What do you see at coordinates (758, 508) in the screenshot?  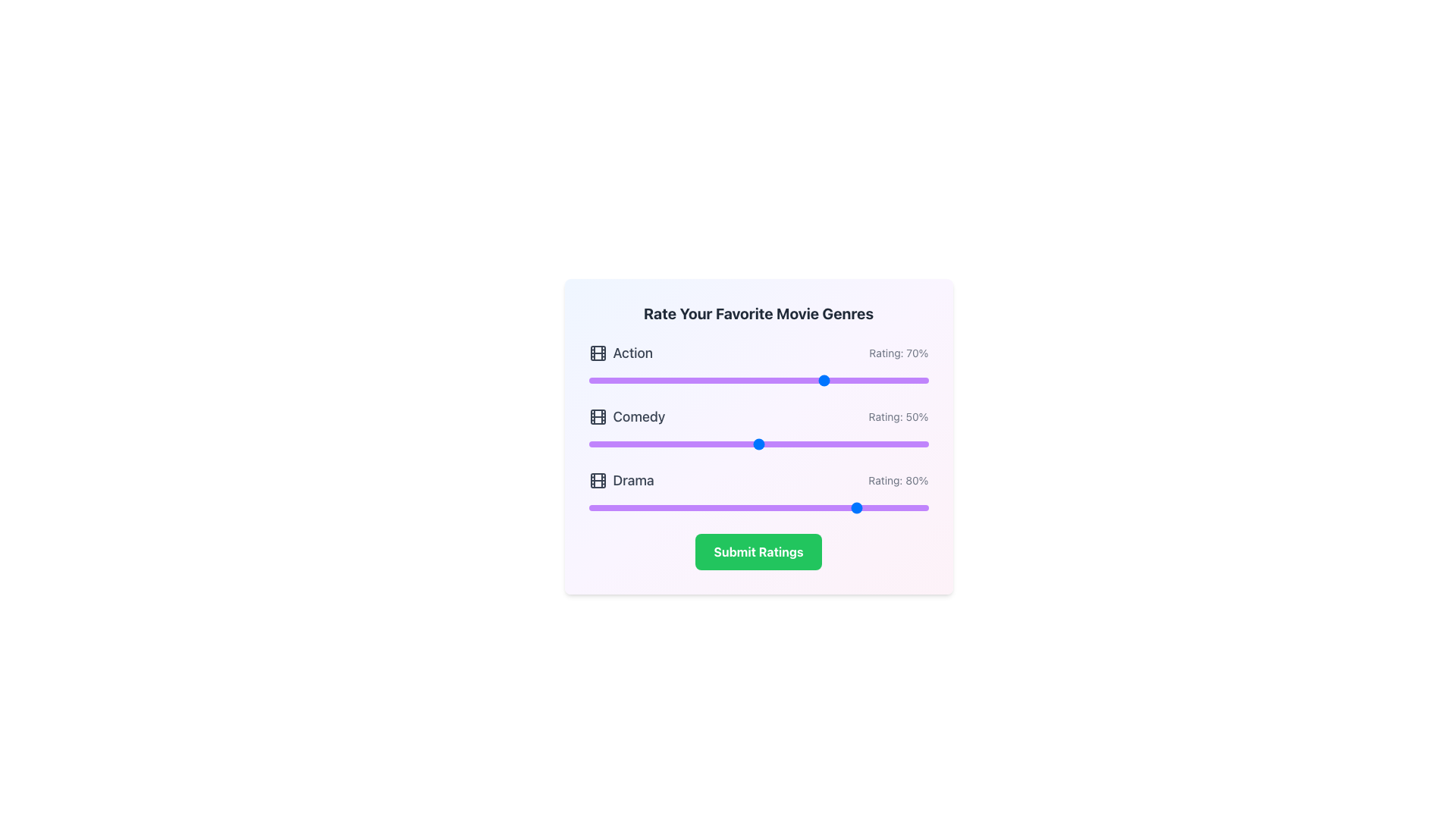 I see `the range slider for 'Drama' to prepare for interaction, located below the 'Rating: 80%' label` at bounding box center [758, 508].